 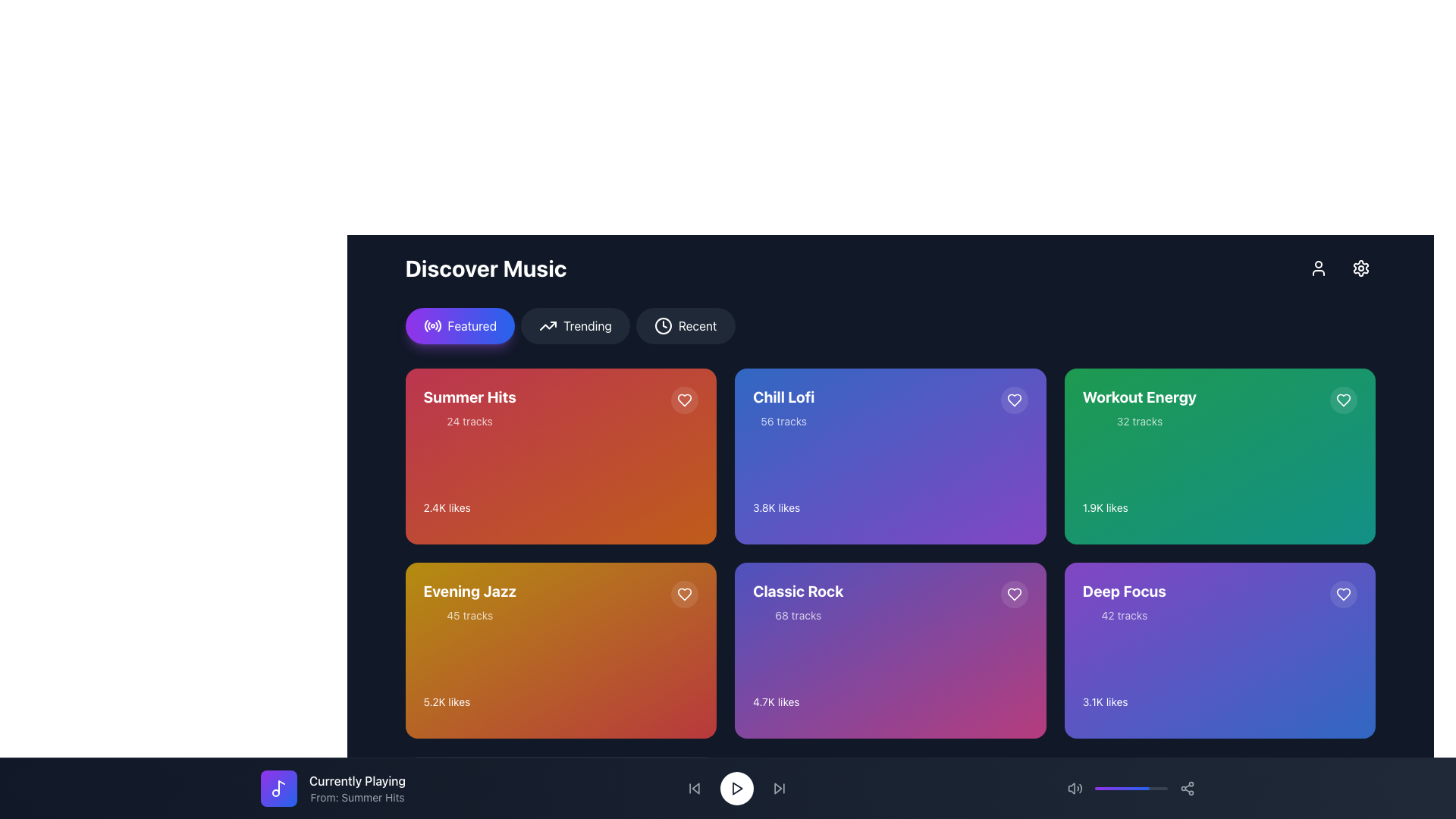 I want to click on the text label displaying '5.2K likes' which is located in the bottom-left corner of the 'Evening Jazz' card, distinct from other components, so click(x=446, y=701).